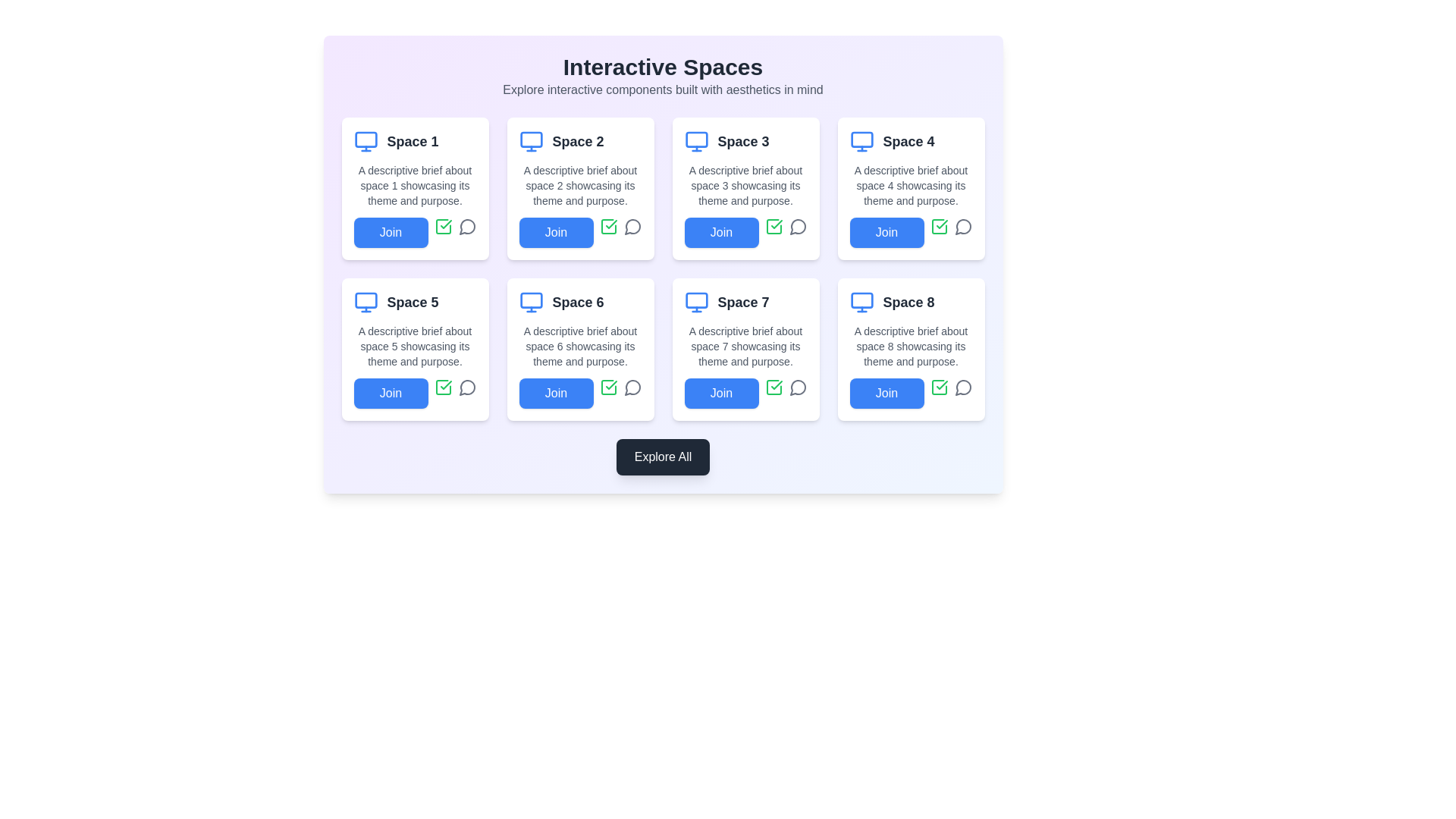 The height and width of the screenshot is (819, 1456). Describe the element at coordinates (796, 227) in the screenshot. I see `the comments icon located in the bottom right corner of the 'Space 3' card` at that location.